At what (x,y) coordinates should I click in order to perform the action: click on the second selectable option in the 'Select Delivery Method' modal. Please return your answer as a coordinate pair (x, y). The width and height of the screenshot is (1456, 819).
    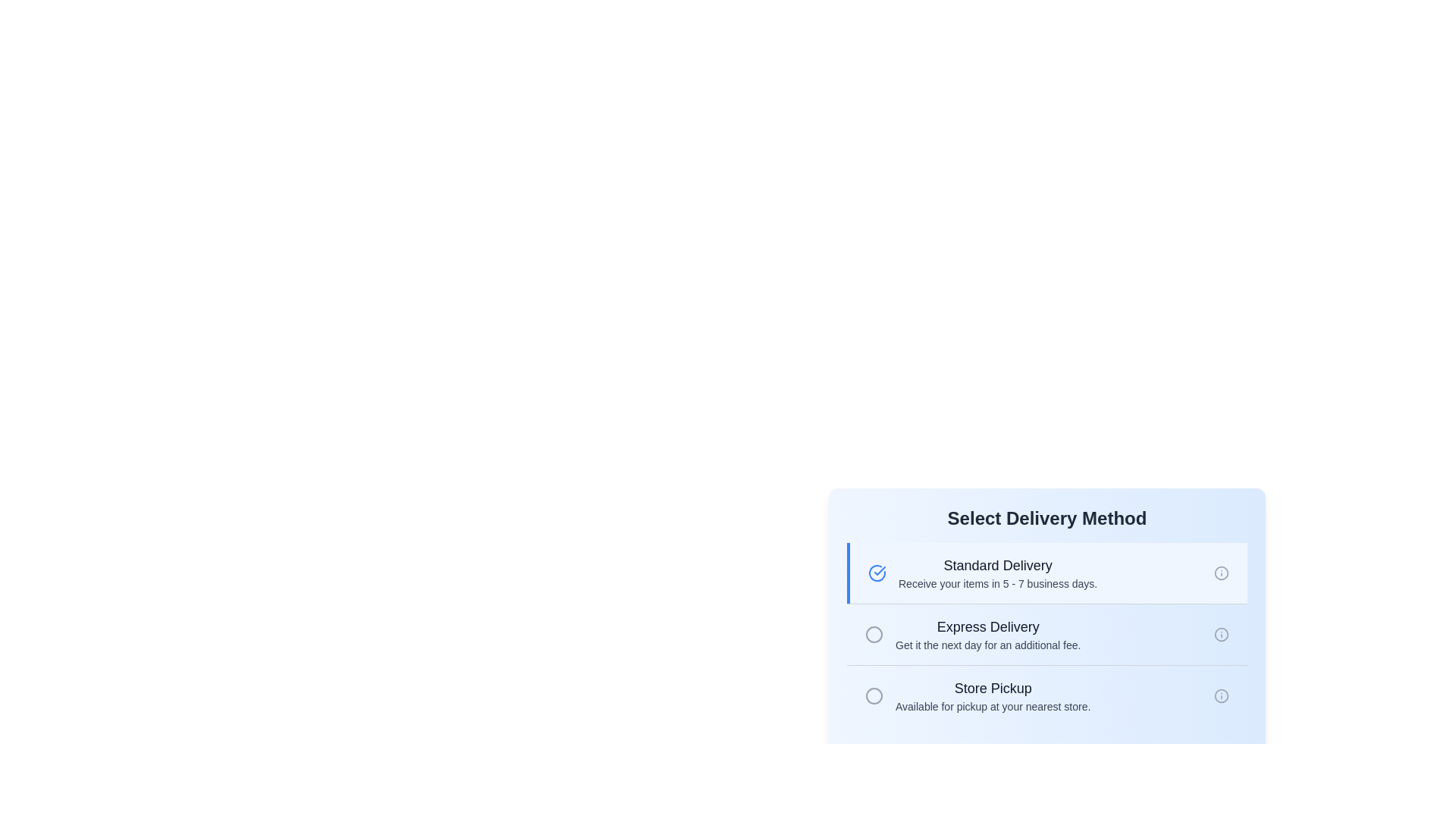
    Looking at the image, I should click on (1046, 605).